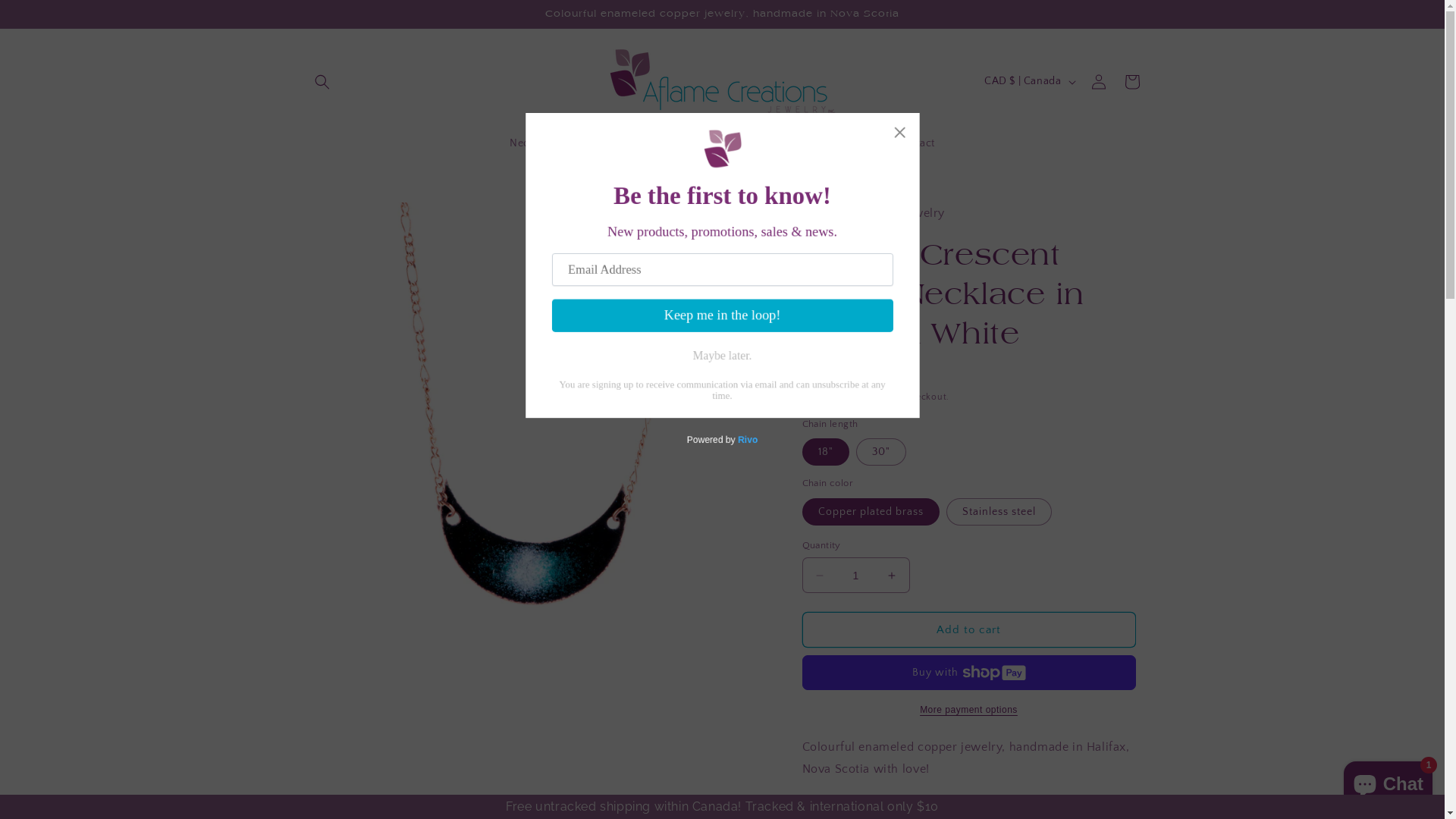  I want to click on 'Wholesale', so click(851, 143).